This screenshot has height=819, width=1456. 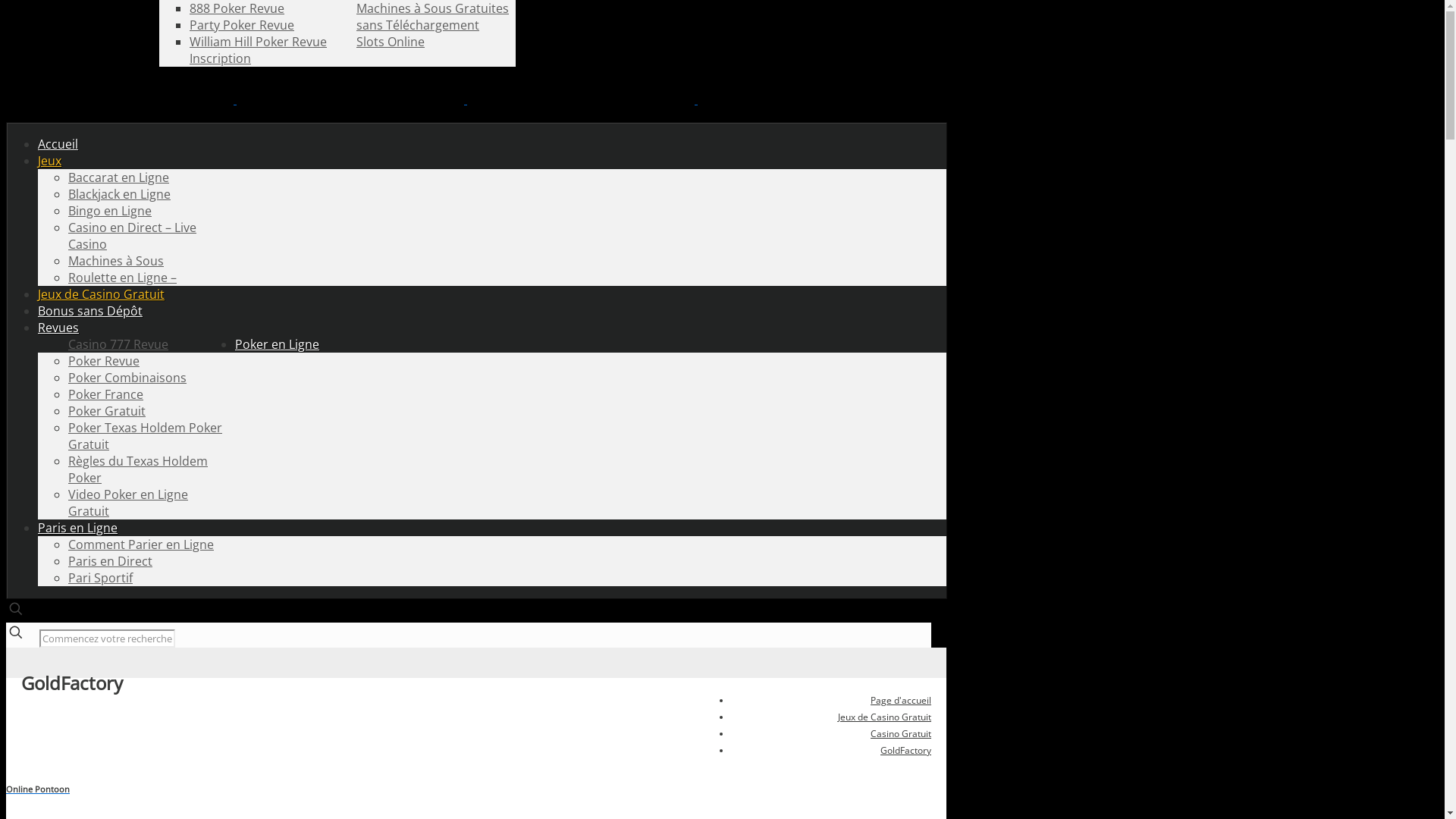 I want to click on 'GoldFactory', so click(x=905, y=749).